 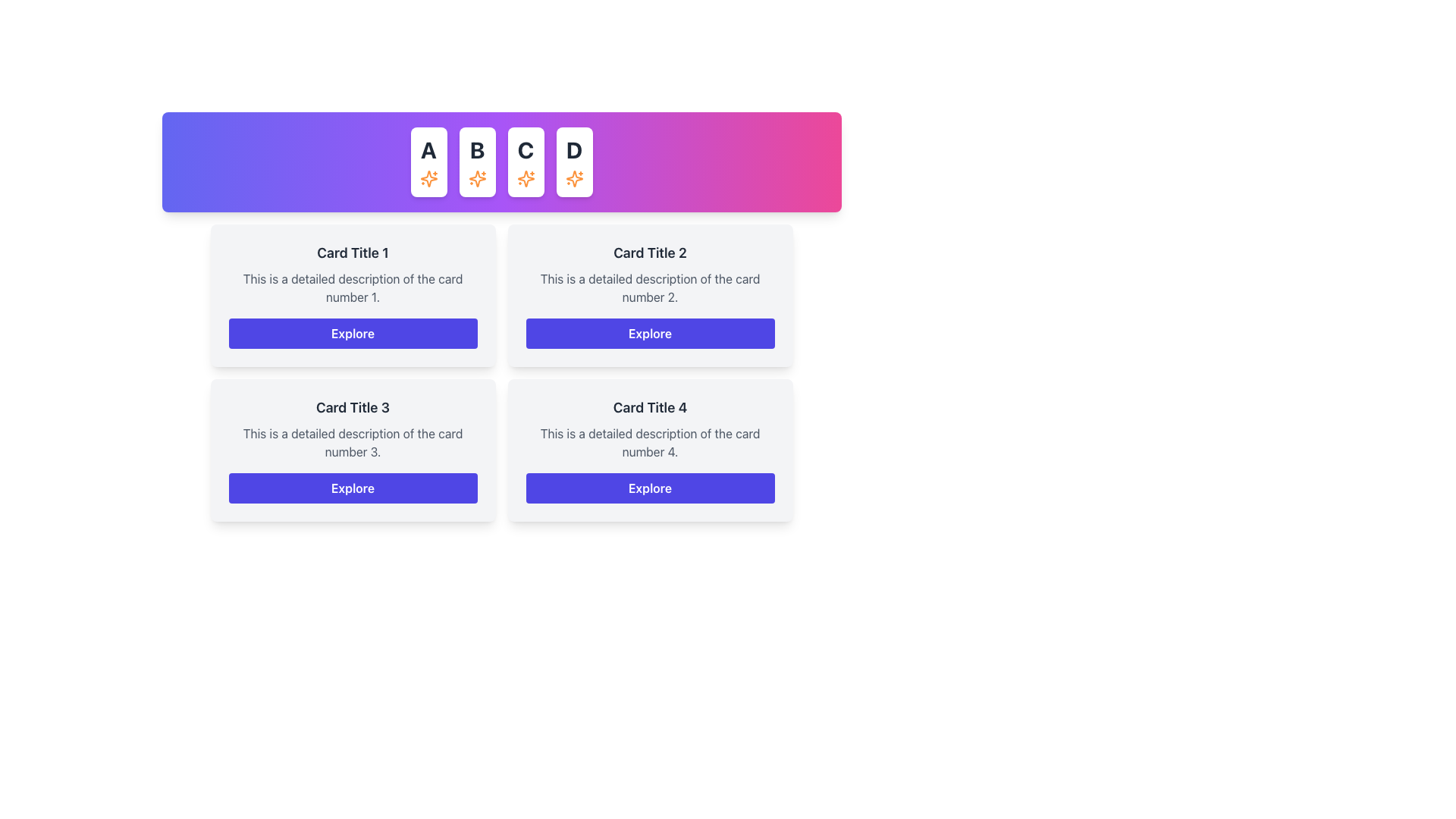 What do you see at coordinates (573, 149) in the screenshot?
I see `the text element that labels the fourth card, positioned at the top-center of the card` at bounding box center [573, 149].